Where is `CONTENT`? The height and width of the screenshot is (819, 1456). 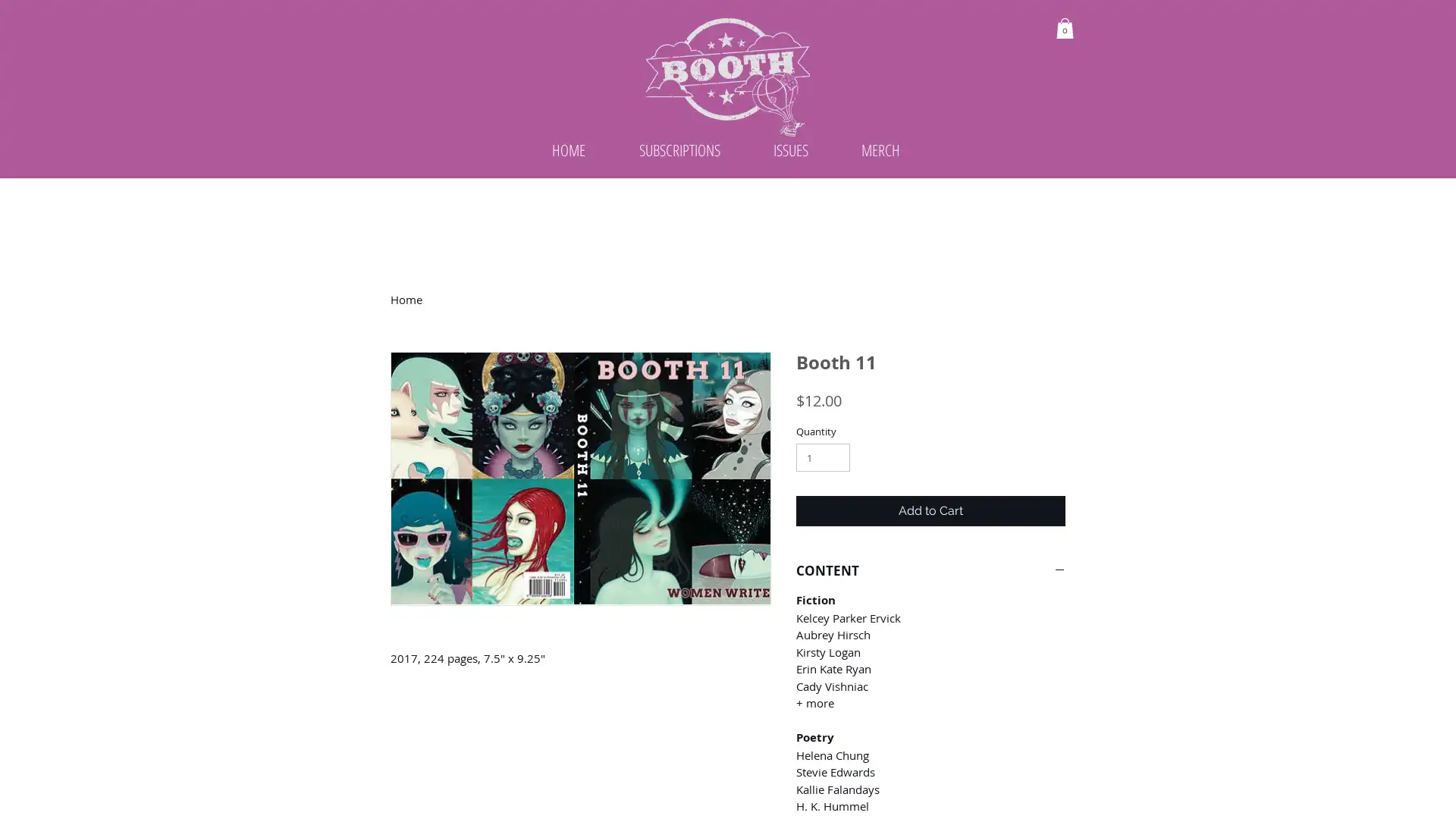
CONTENT is located at coordinates (930, 570).